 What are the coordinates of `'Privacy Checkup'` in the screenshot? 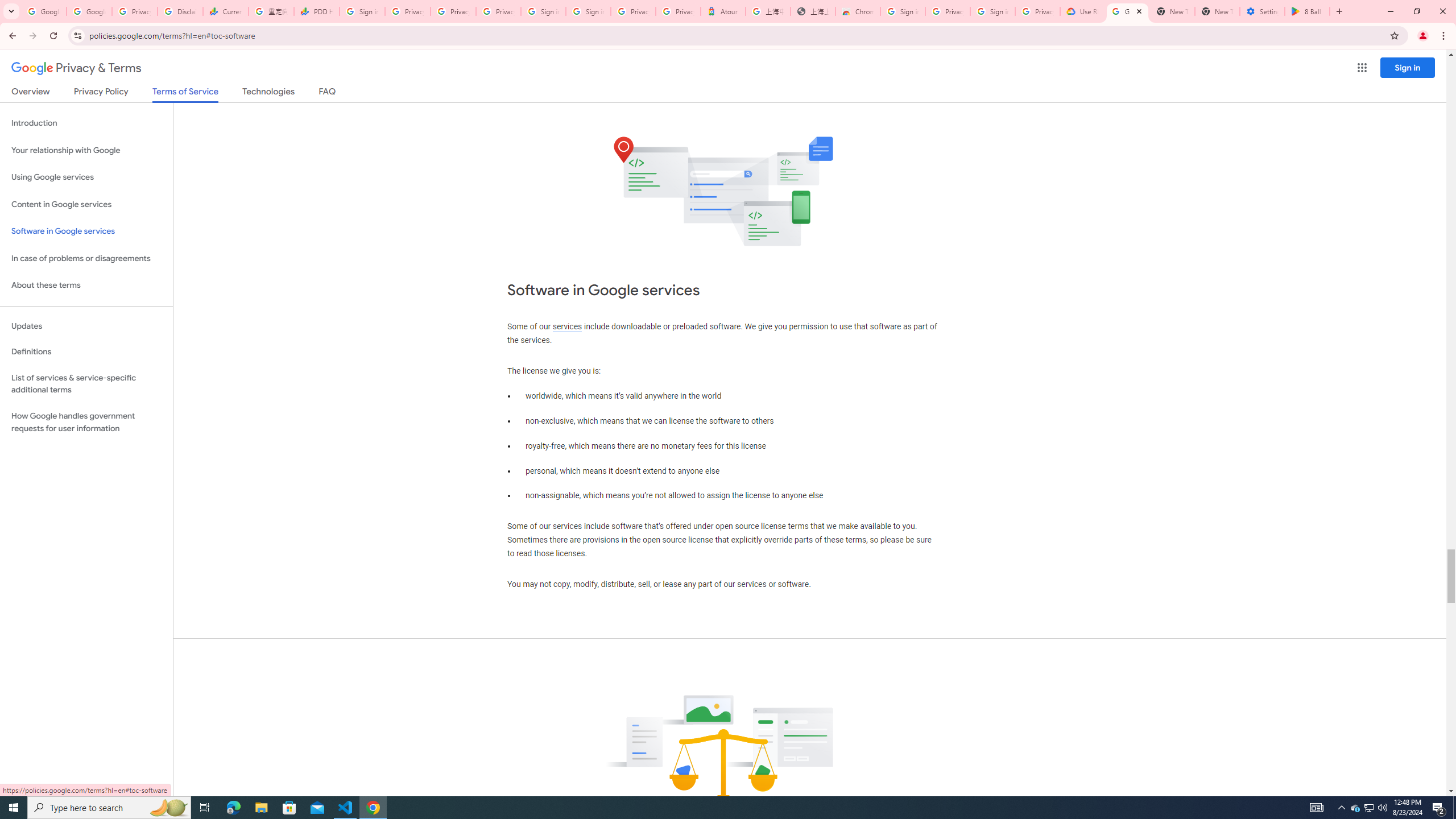 It's located at (452, 11).